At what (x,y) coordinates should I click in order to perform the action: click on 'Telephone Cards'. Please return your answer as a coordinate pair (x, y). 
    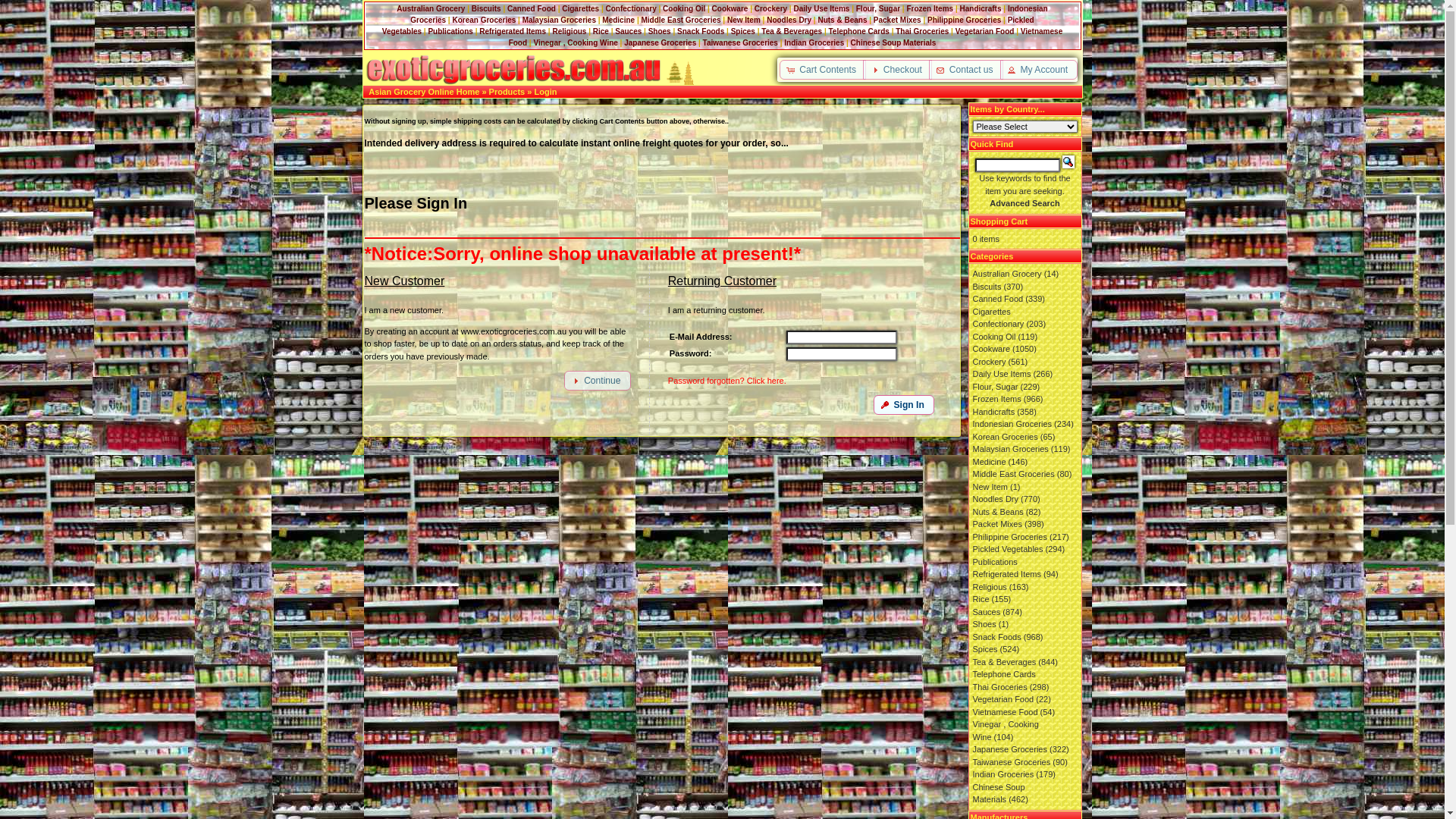
    Looking at the image, I should click on (858, 31).